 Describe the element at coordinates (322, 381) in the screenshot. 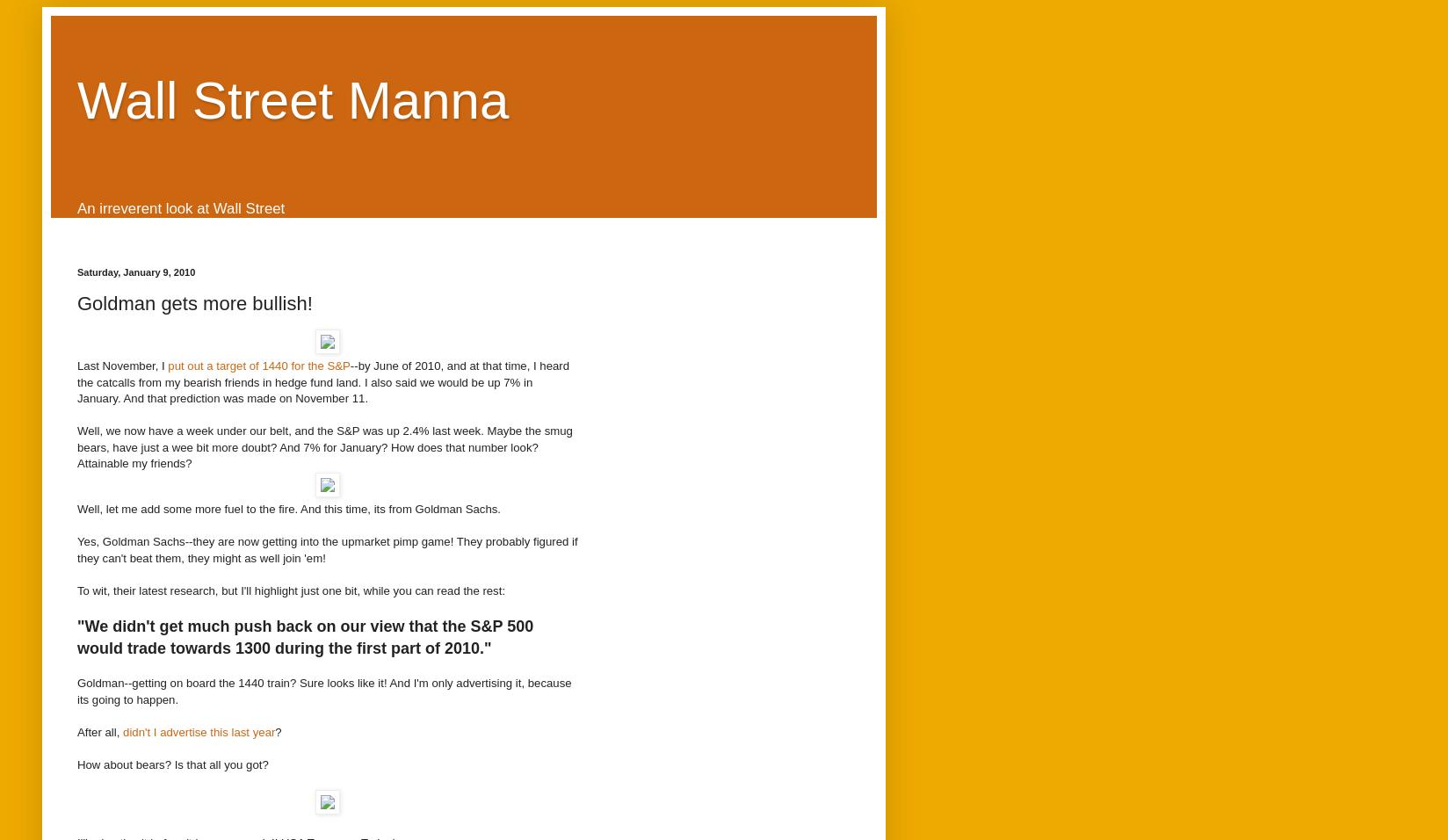

I see `'--by June of 2010, and at that time, I heard the catcalls from my bearish friends in hedge fund land. I also said we would be up 7% in January. And that prediction was made on November 11.'` at that location.